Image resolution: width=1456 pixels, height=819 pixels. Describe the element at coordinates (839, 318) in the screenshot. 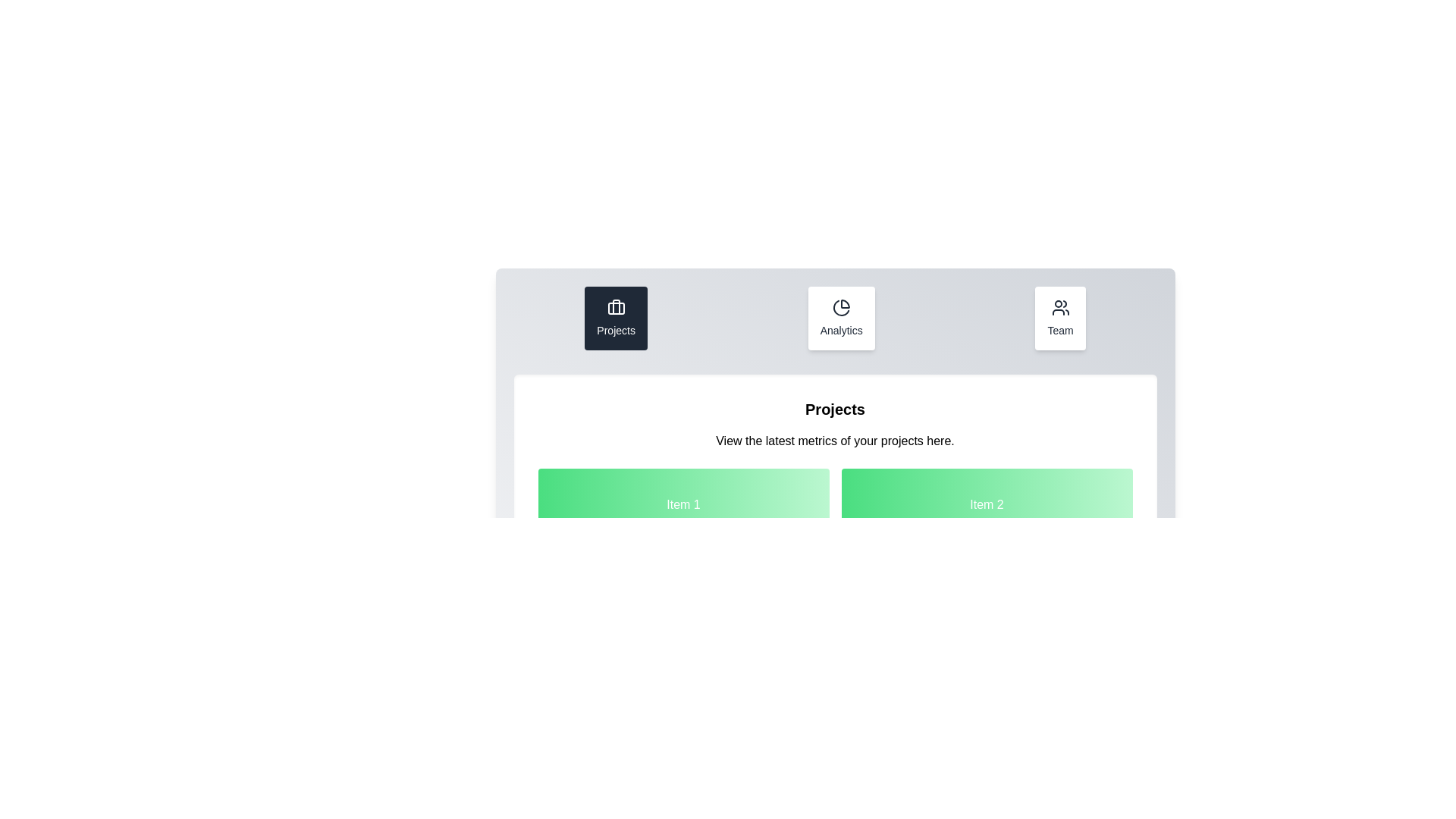

I see `the Analytics tab to activate it` at that location.